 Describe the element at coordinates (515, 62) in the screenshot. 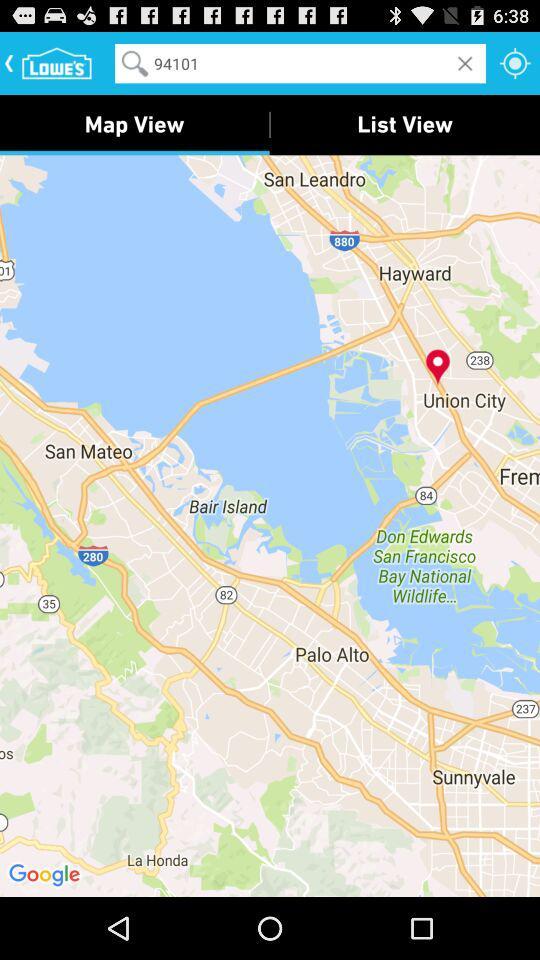

I see `item to the right of 94101 icon` at that location.